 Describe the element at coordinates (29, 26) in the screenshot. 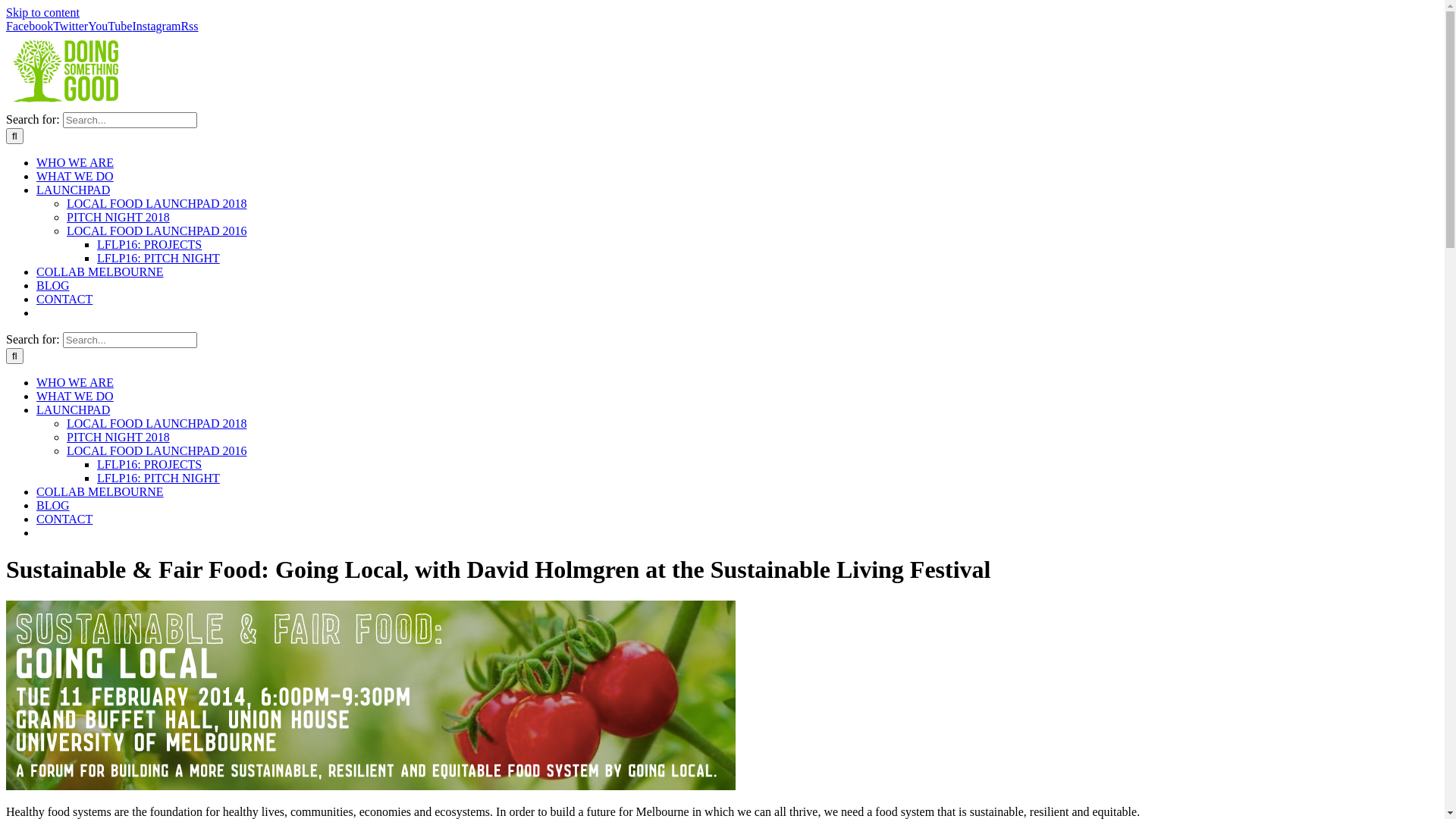

I see `'Facebook'` at that location.